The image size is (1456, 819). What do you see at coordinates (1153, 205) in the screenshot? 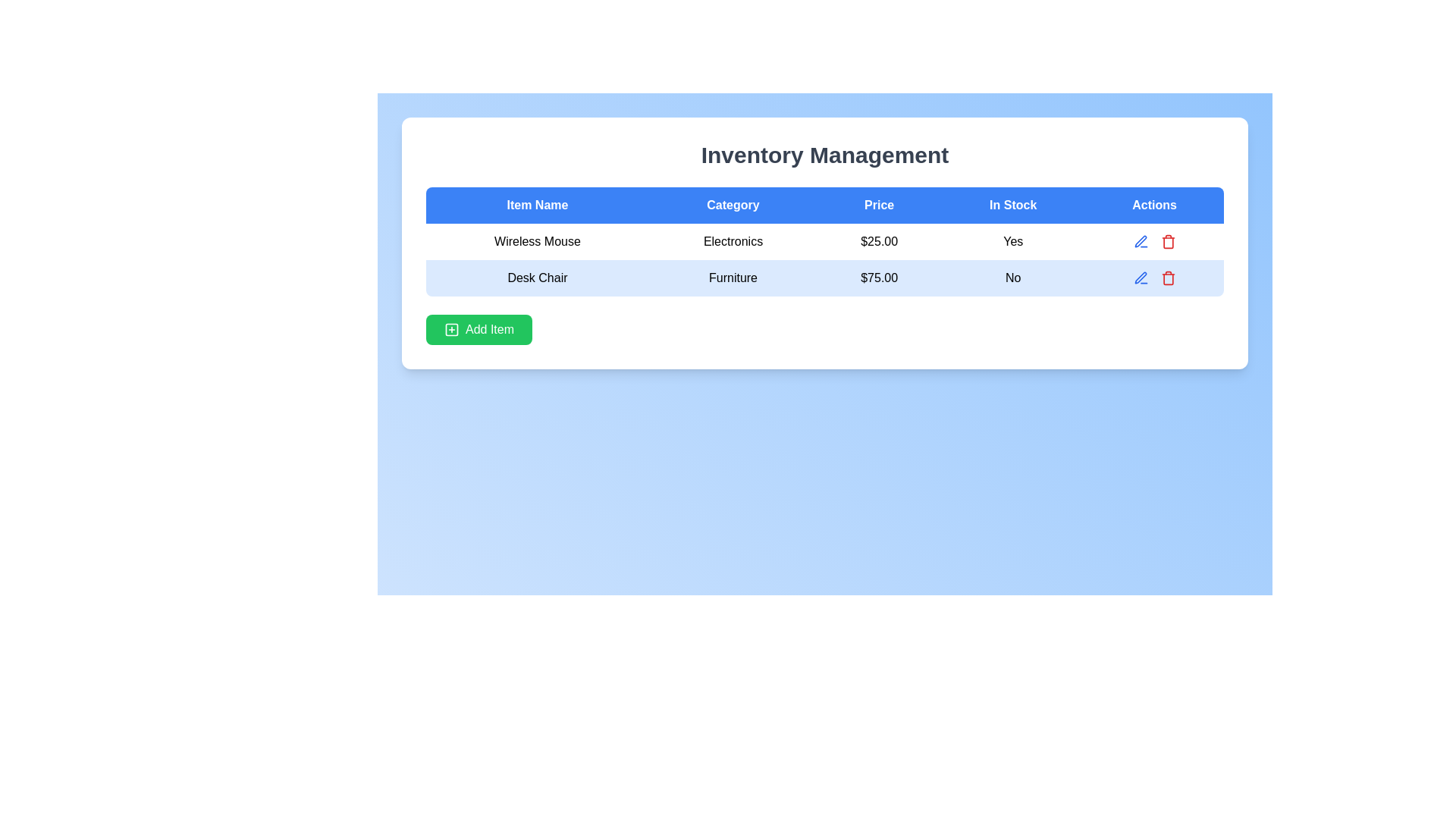
I see `the 'Actions' column header, which is the fifth and rightmost column header in the table, located in the top-right of the table frame` at bounding box center [1153, 205].